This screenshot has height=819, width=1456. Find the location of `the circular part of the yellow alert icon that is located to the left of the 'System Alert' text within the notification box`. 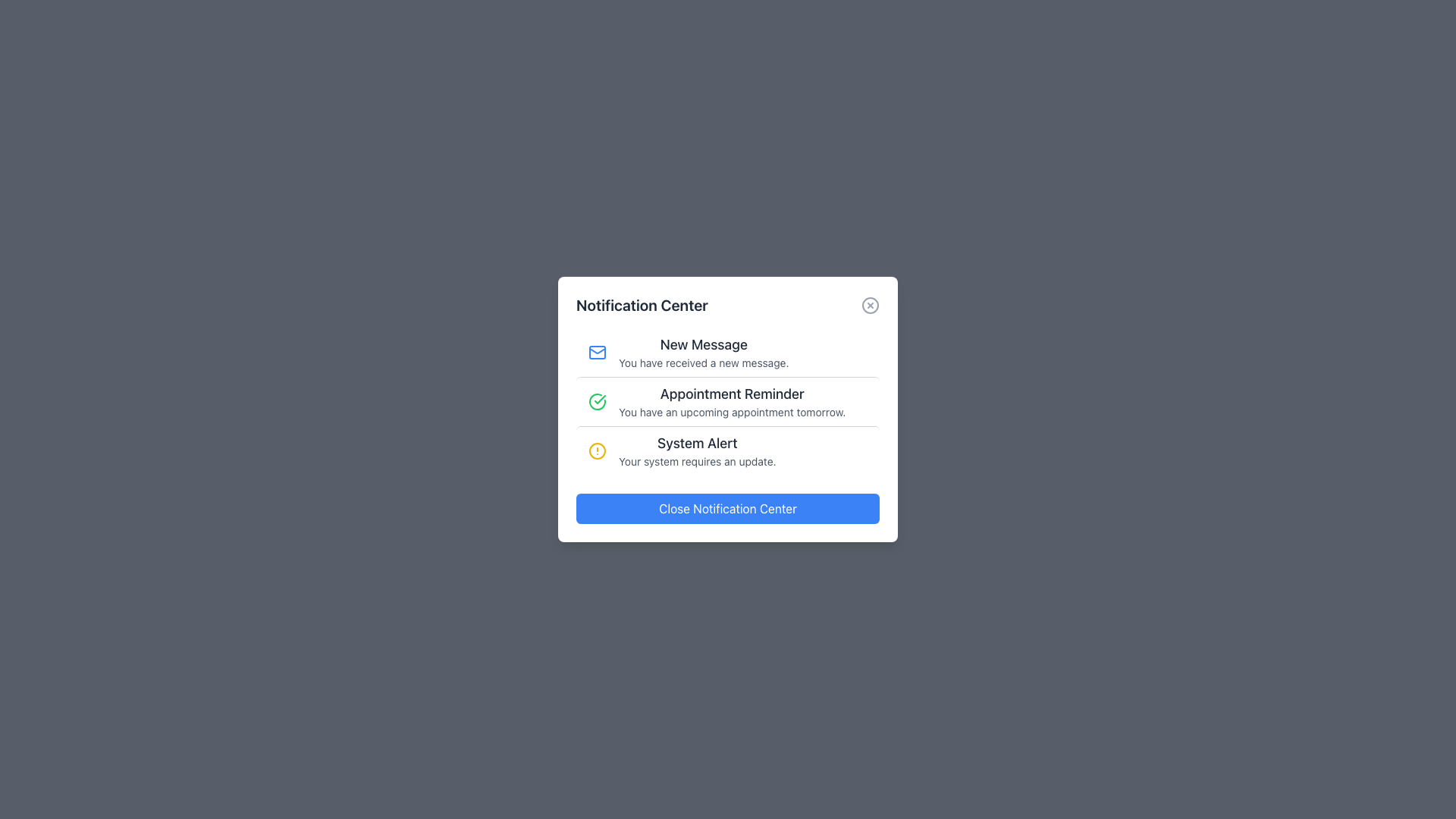

the circular part of the yellow alert icon that is located to the left of the 'System Alert' text within the notification box is located at coordinates (596, 450).